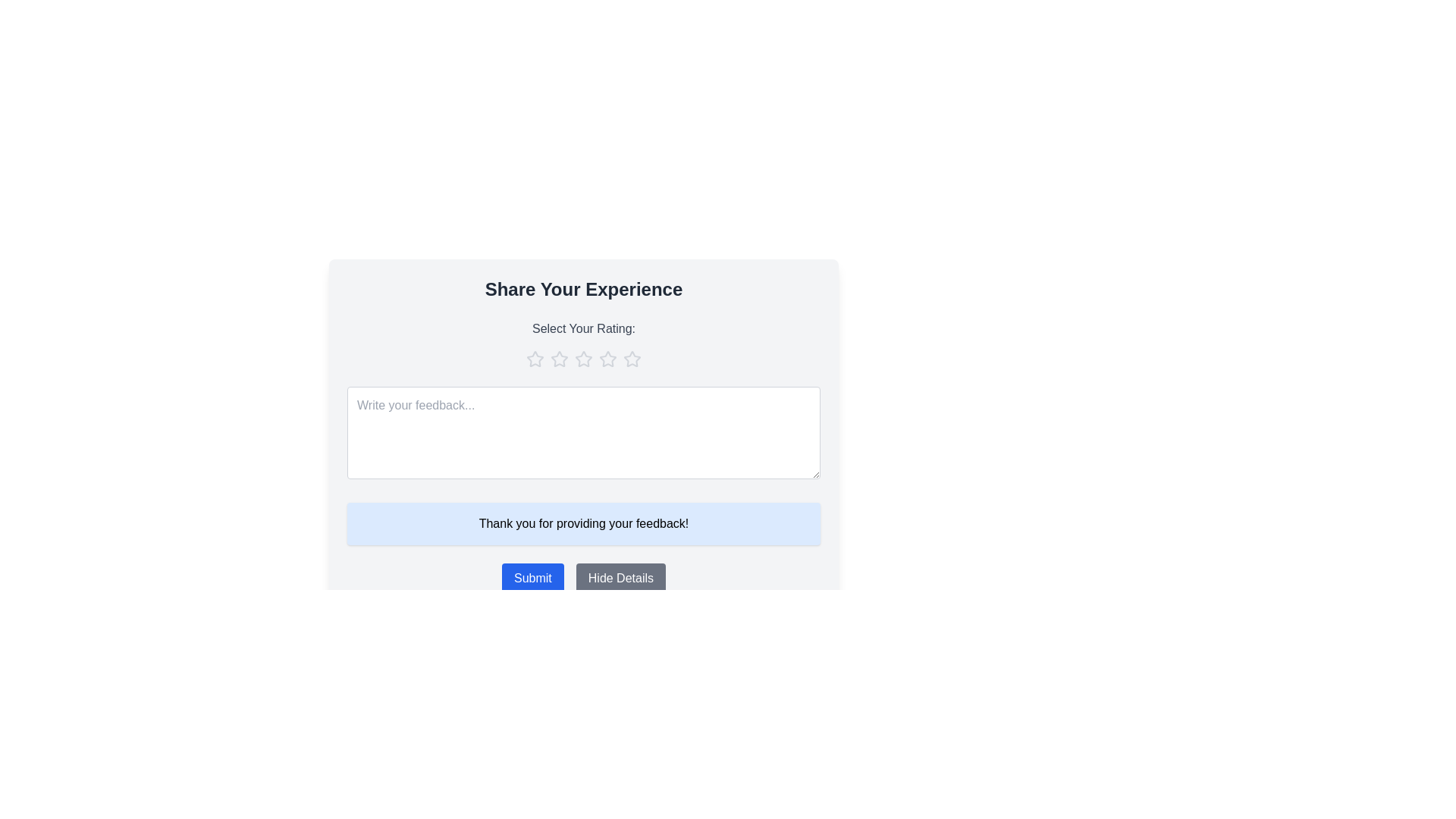 Image resolution: width=1456 pixels, height=819 pixels. What do you see at coordinates (632, 359) in the screenshot?
I see `the fifth star icon in the rating selection interface` at bounding box center [632, 359].